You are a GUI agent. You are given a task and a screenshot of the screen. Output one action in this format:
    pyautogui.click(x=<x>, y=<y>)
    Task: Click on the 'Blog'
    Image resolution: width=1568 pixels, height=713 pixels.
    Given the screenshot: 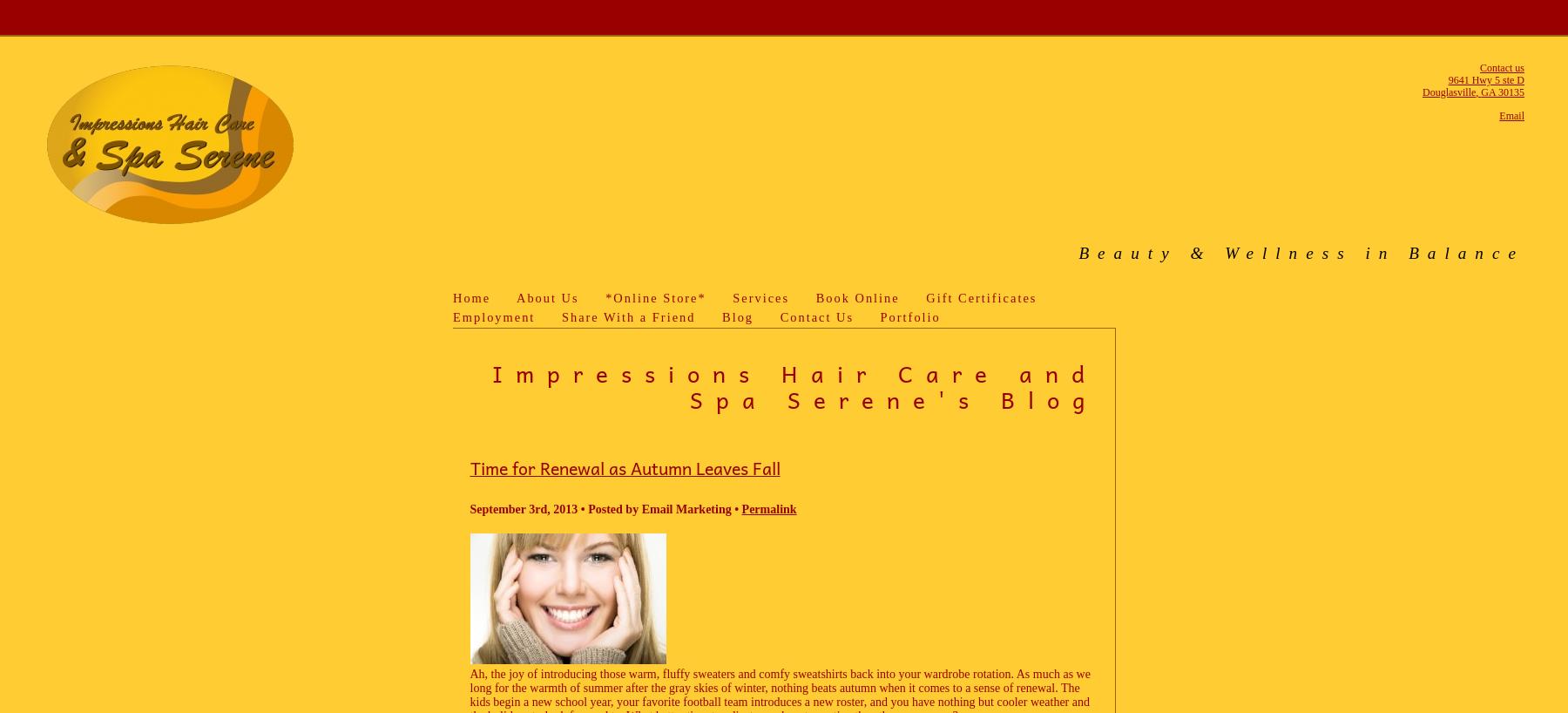 What is the action you would take?
    pyautogui.click(x=738, y=317)
    